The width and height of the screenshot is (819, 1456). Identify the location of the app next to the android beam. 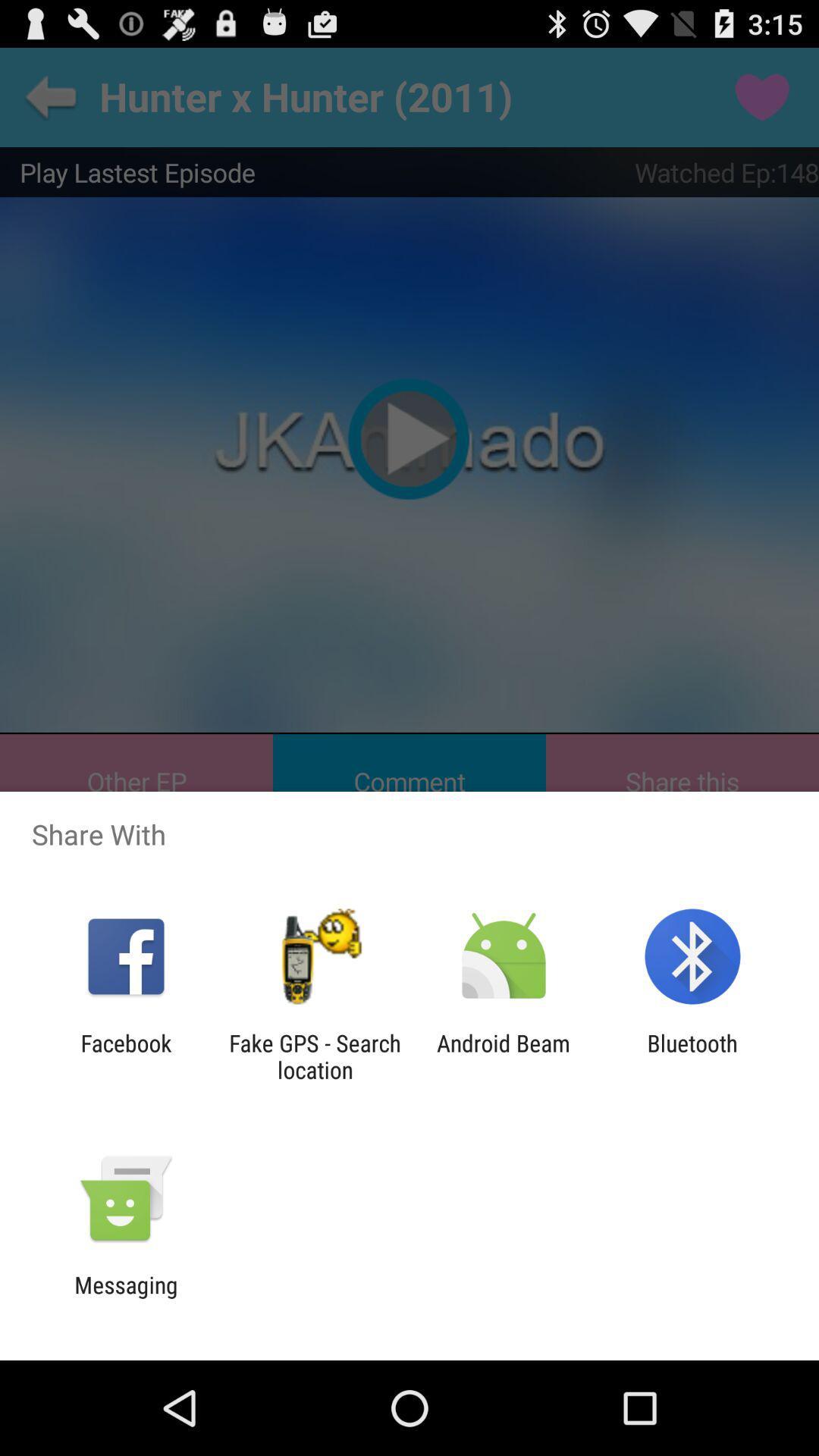
(692, 1056).